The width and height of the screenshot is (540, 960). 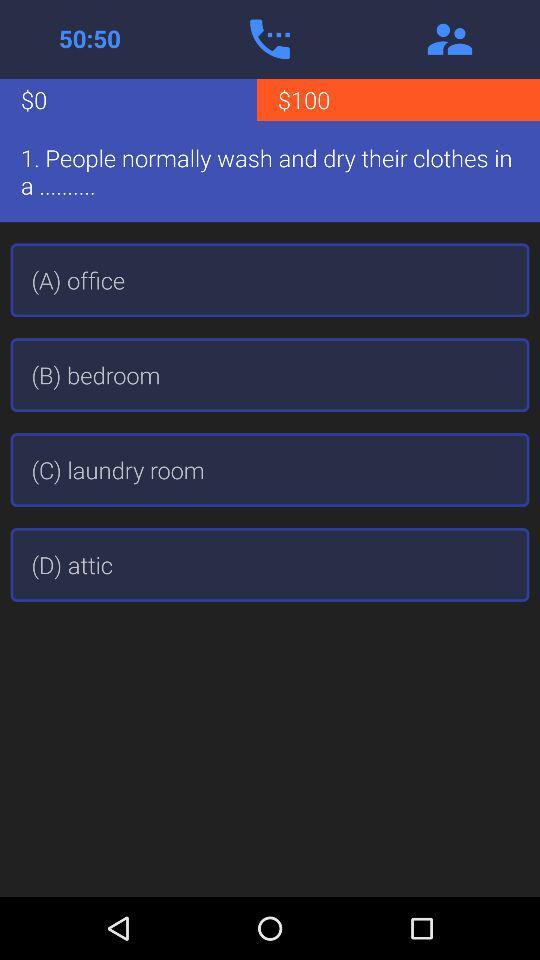 What do you see at coordinates (270, 38) in the screenshot?
I see `open phone app` at bounding box center [270, 38].